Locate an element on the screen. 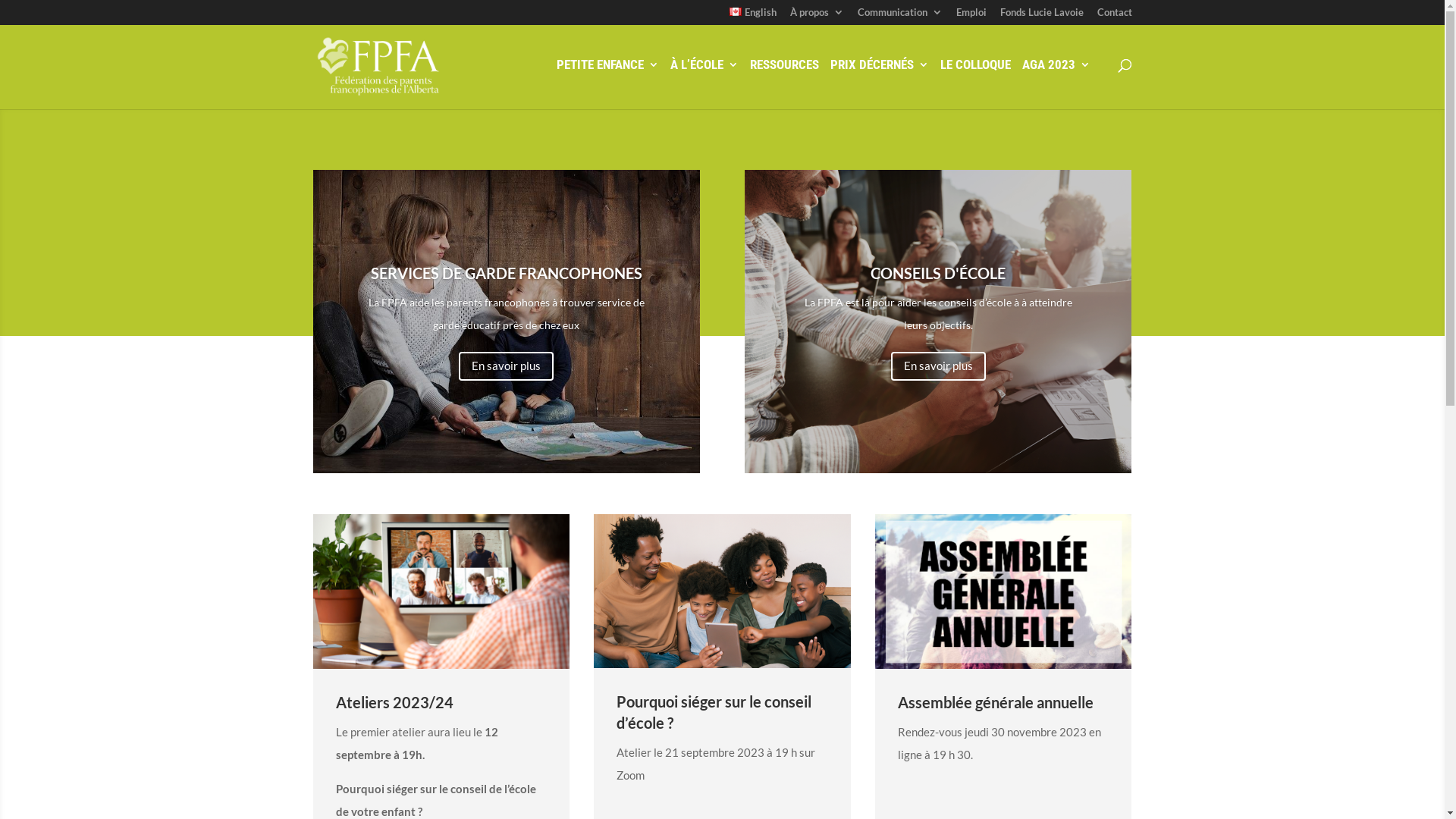 The height and width of the screenshot is (819, 1456). 'English' is located at coordinates (729, 16).